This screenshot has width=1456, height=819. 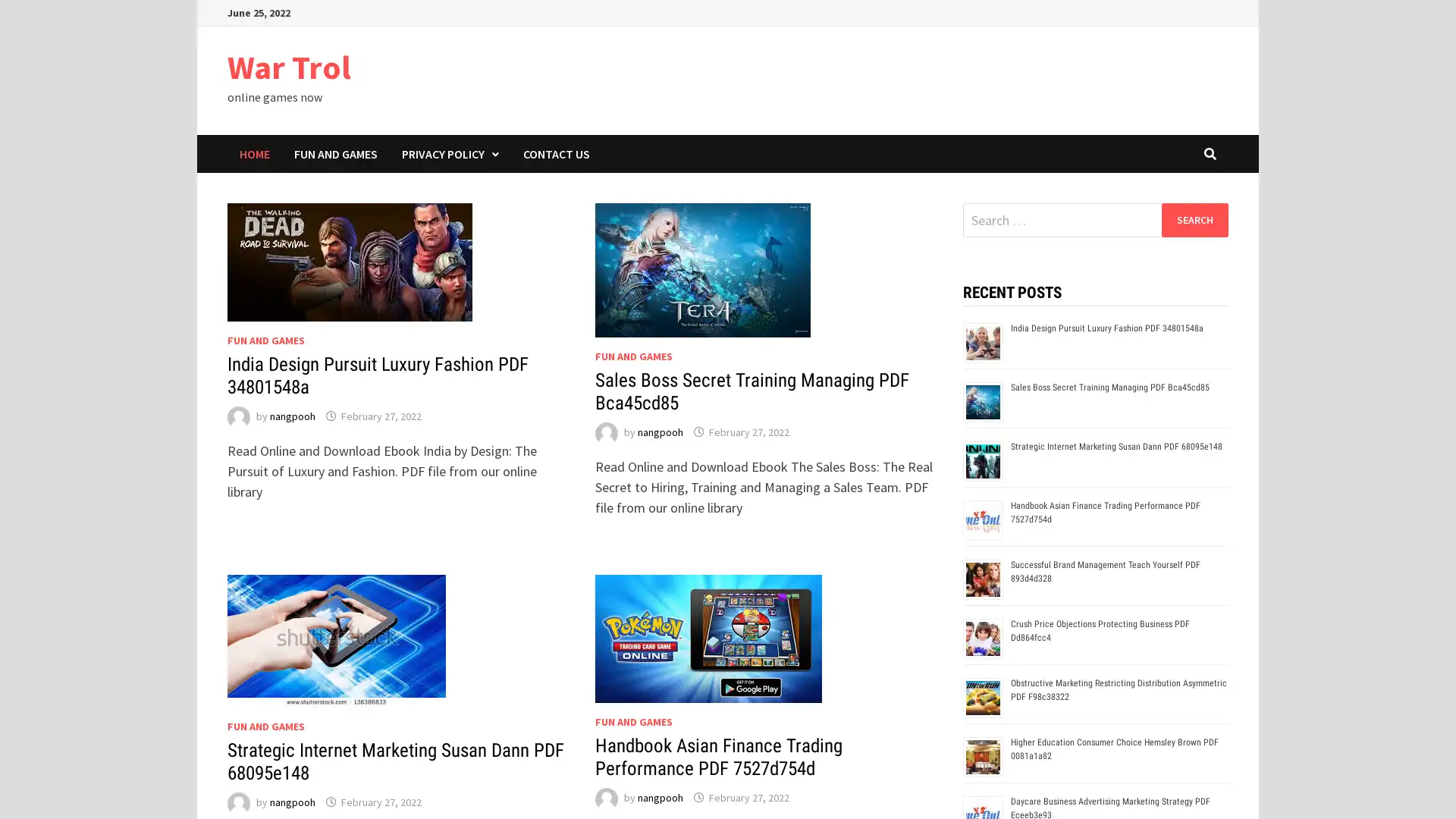 I want to click on Search, so click(x=1194, y=219).